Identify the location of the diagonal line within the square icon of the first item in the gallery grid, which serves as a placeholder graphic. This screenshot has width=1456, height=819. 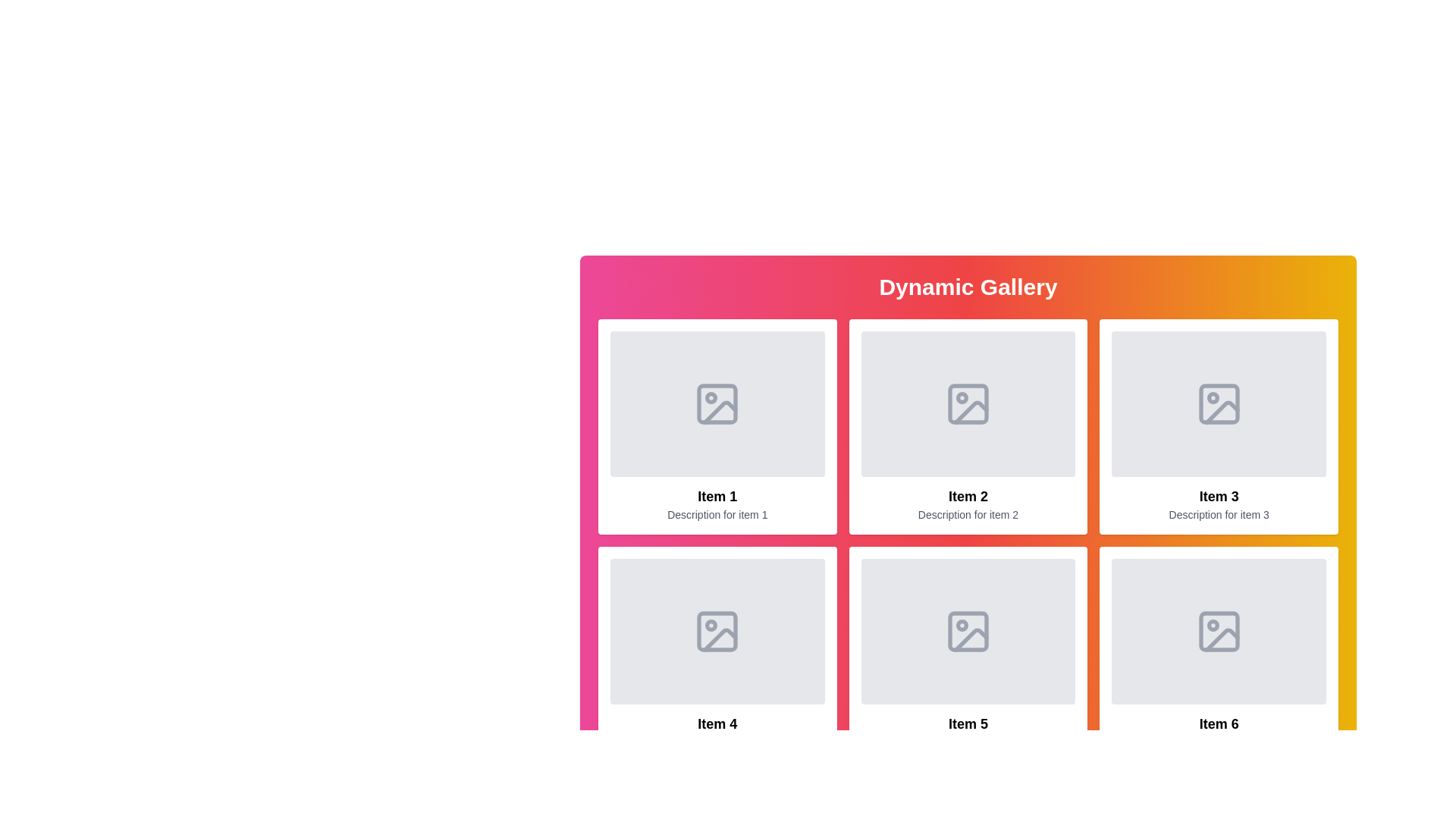
(720, 413).